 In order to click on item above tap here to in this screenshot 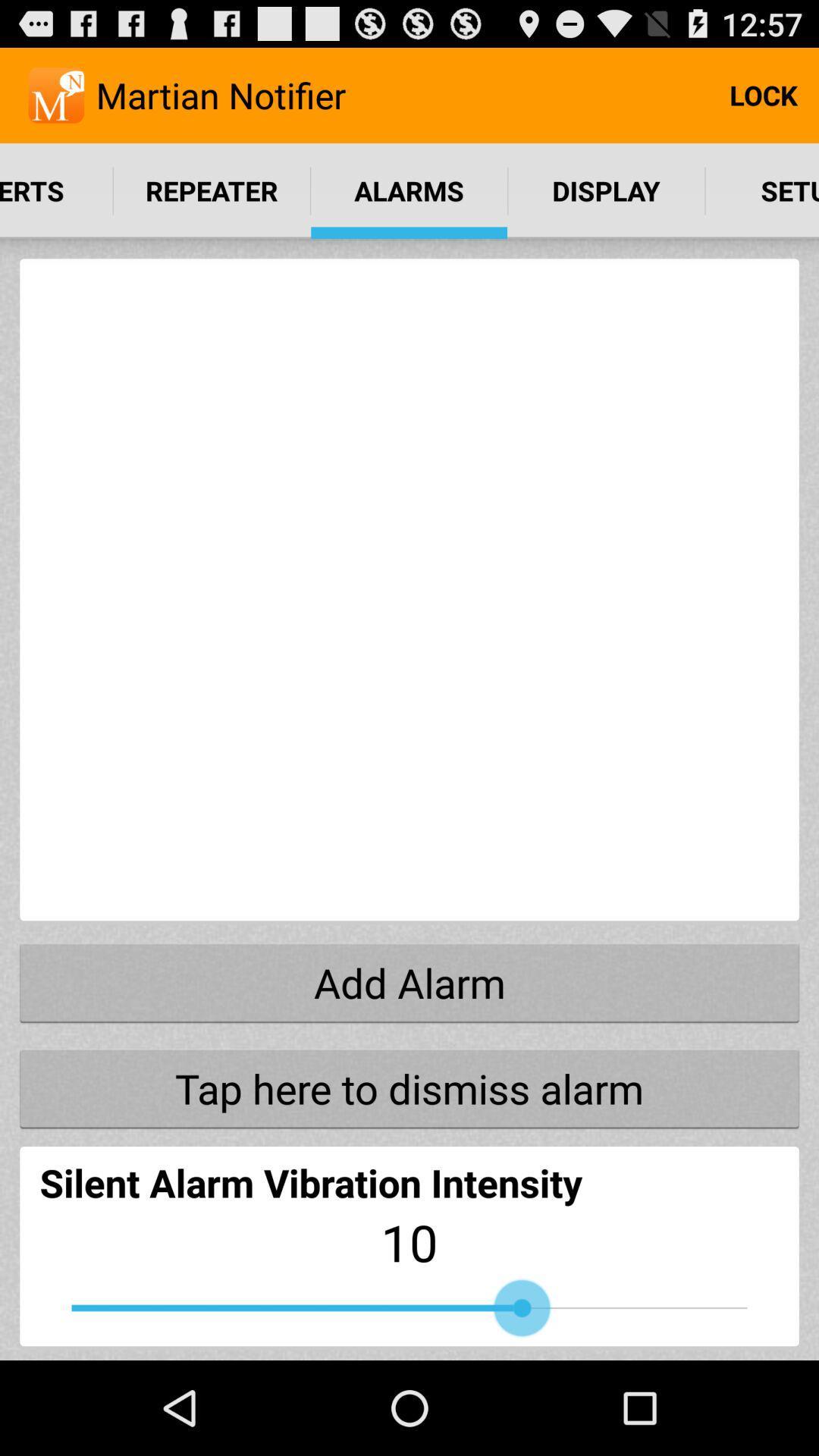, I will do `click(409, 983)`.